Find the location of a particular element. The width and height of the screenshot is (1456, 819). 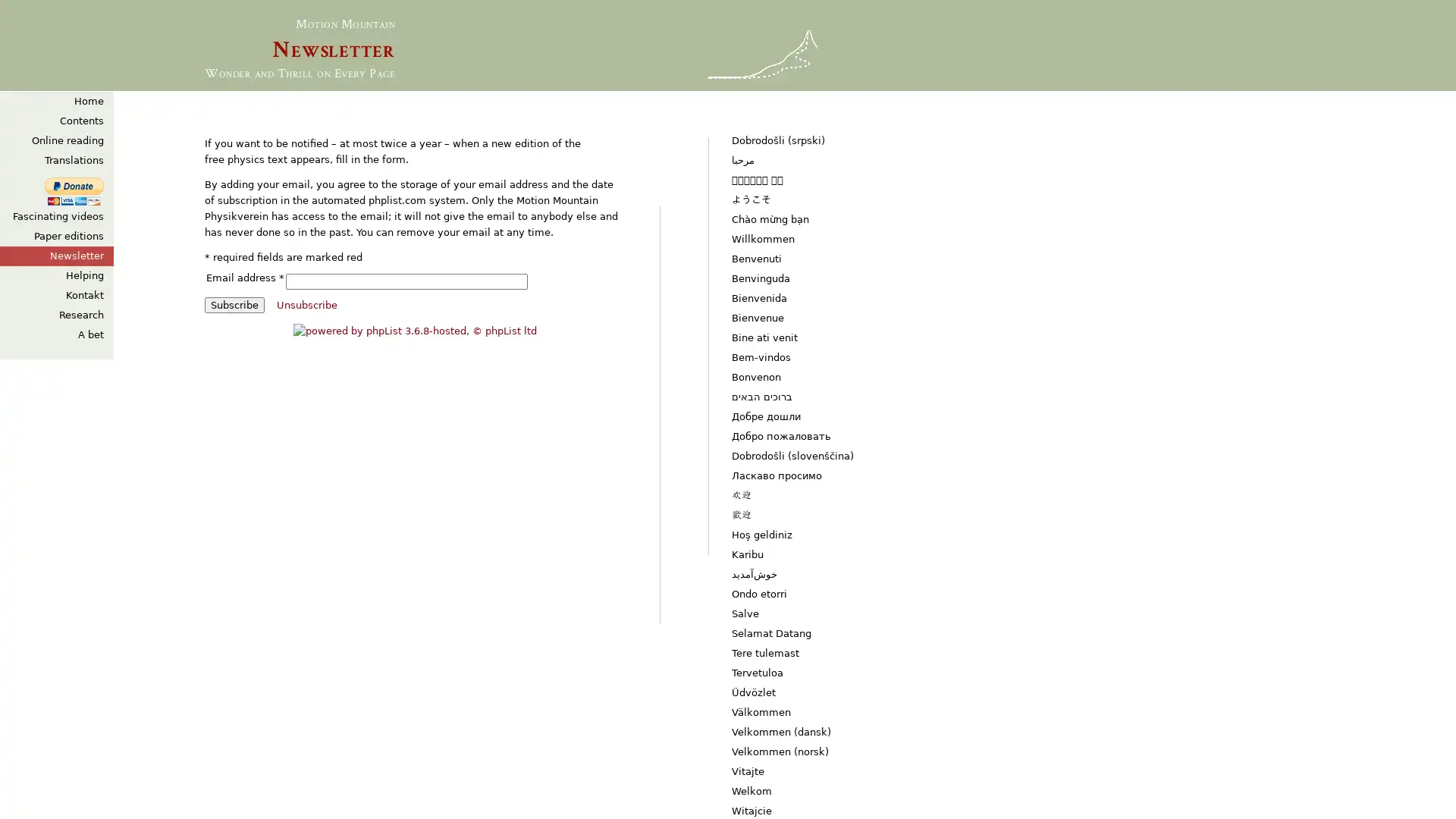

Subscribe is located at coordinates (234, 304).